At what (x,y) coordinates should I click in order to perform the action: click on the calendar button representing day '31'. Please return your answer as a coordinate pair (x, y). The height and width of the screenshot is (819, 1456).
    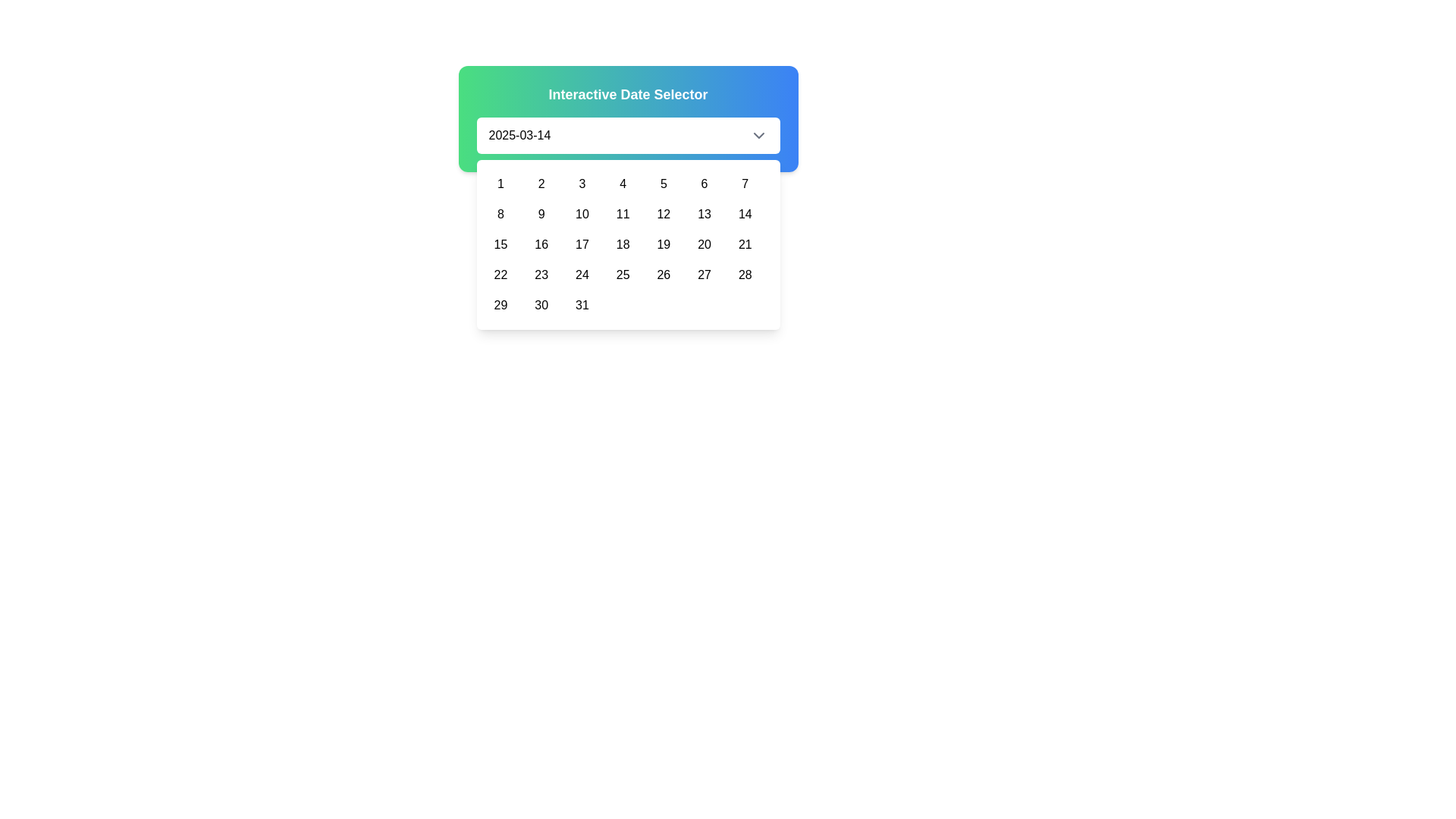
    Looking at the image, I should click on (582, 305).